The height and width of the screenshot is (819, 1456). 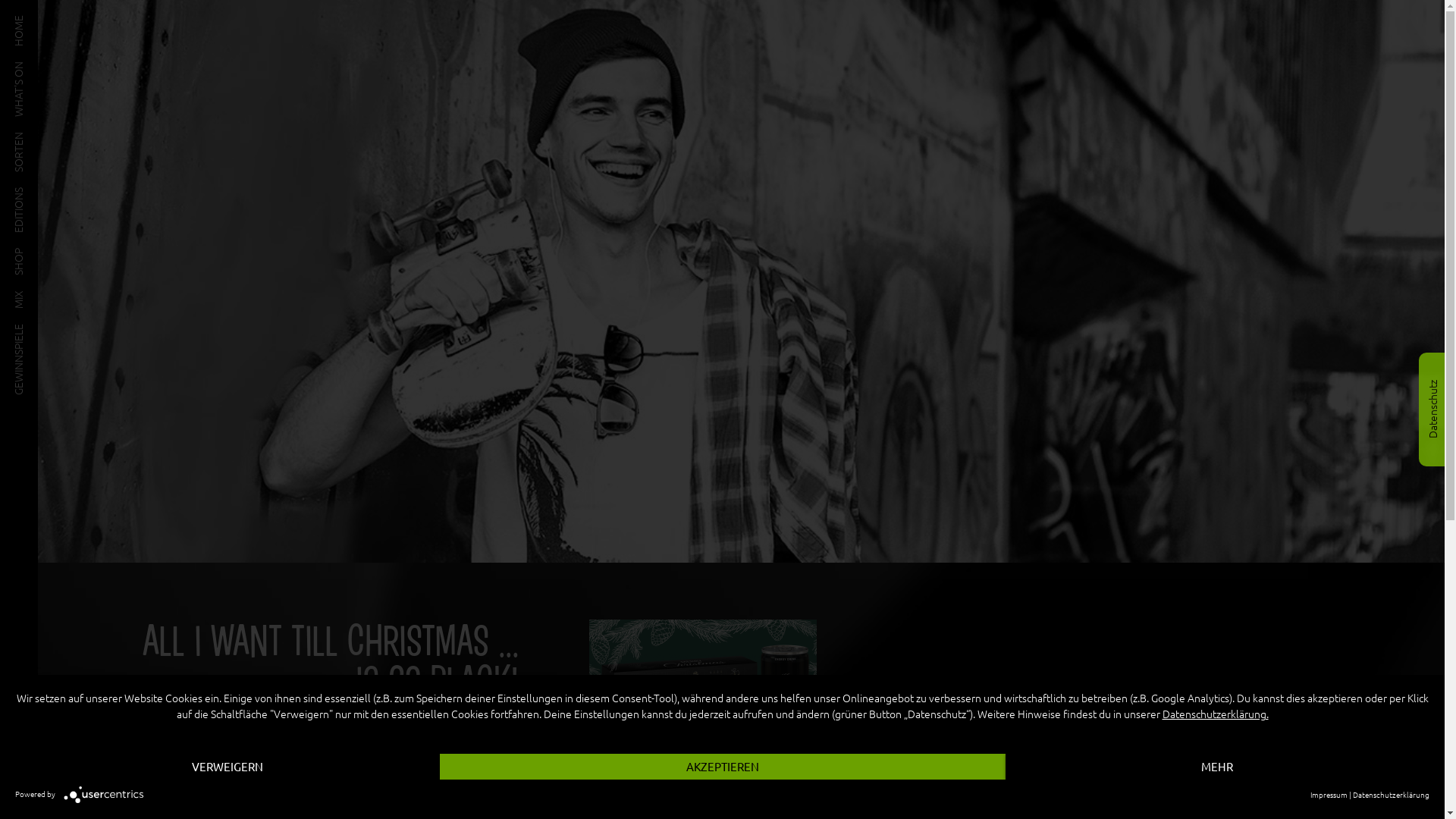 I want to click on 'WHAT'S ON', so click(x=41, y=66).